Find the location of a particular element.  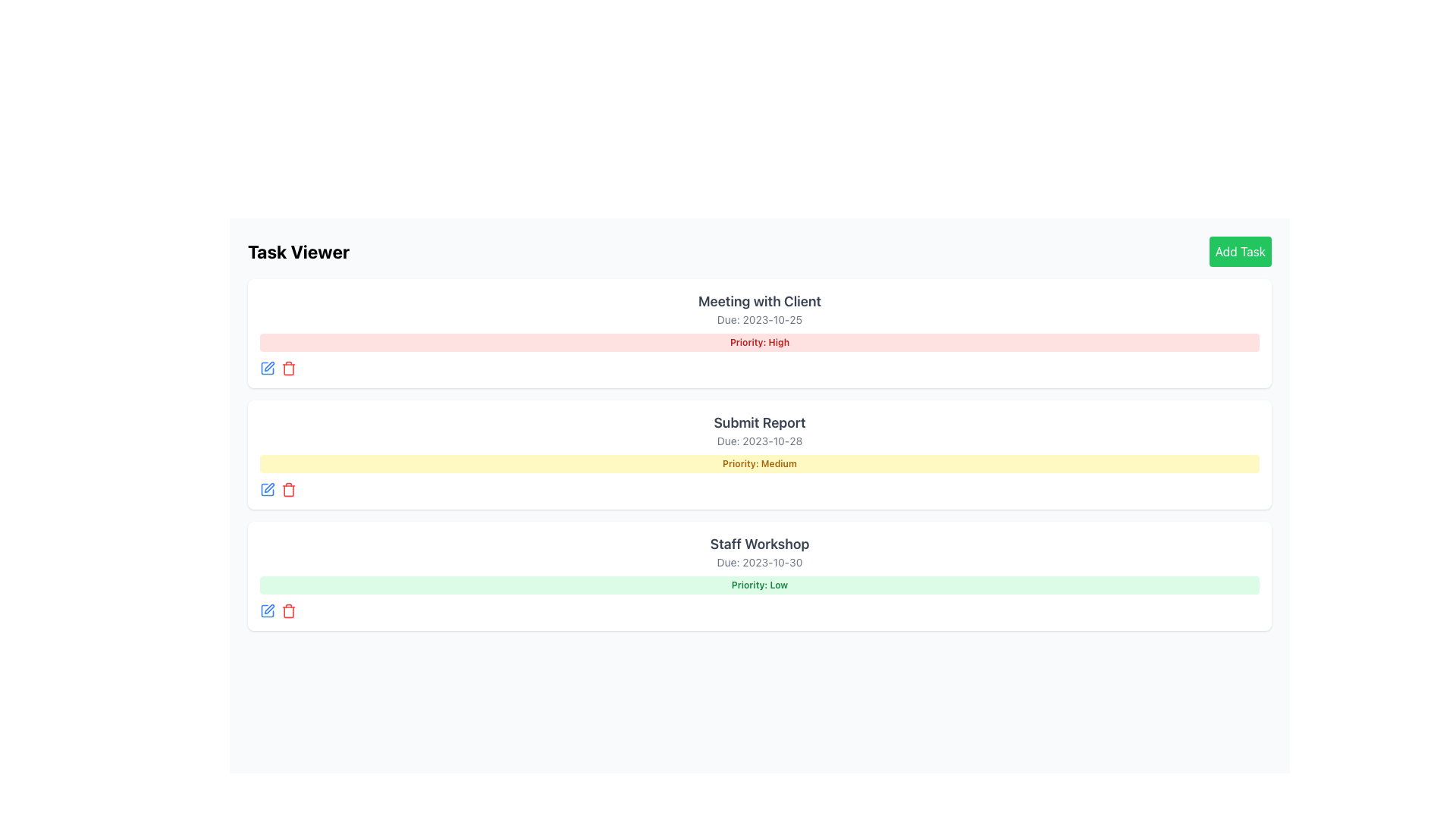

the editing action button icon, which is a pen-like icon contained within a square frame, located to the left of the 'Submit Report' task's priority indicator is located at coordinates (269, 488).